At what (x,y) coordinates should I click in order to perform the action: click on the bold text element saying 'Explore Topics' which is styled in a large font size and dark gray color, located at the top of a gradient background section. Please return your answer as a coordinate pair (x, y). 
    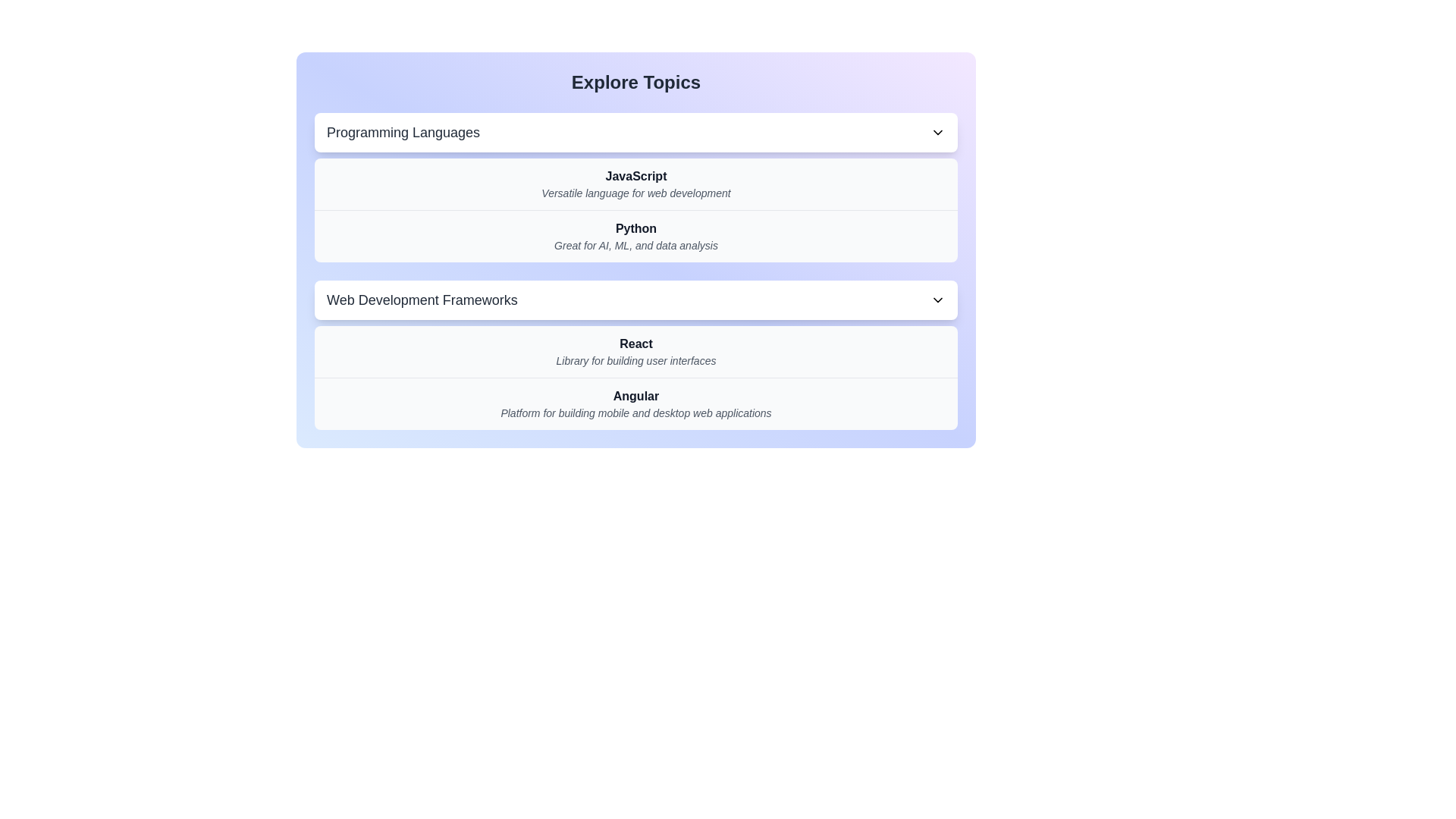
    Looking at the image, I should click on (636, 82).